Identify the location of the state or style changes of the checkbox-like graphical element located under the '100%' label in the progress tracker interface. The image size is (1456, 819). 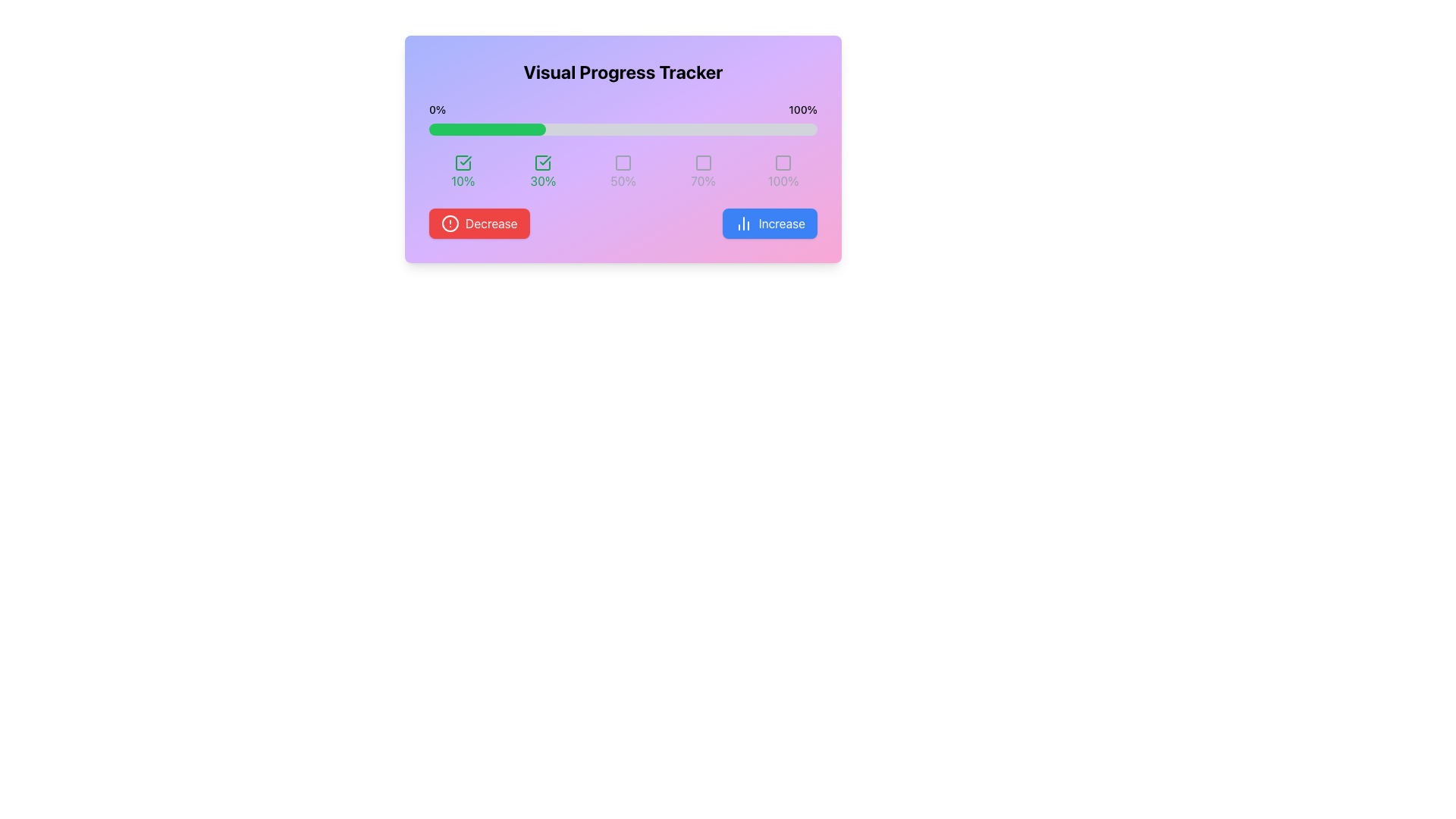
(783, 163).